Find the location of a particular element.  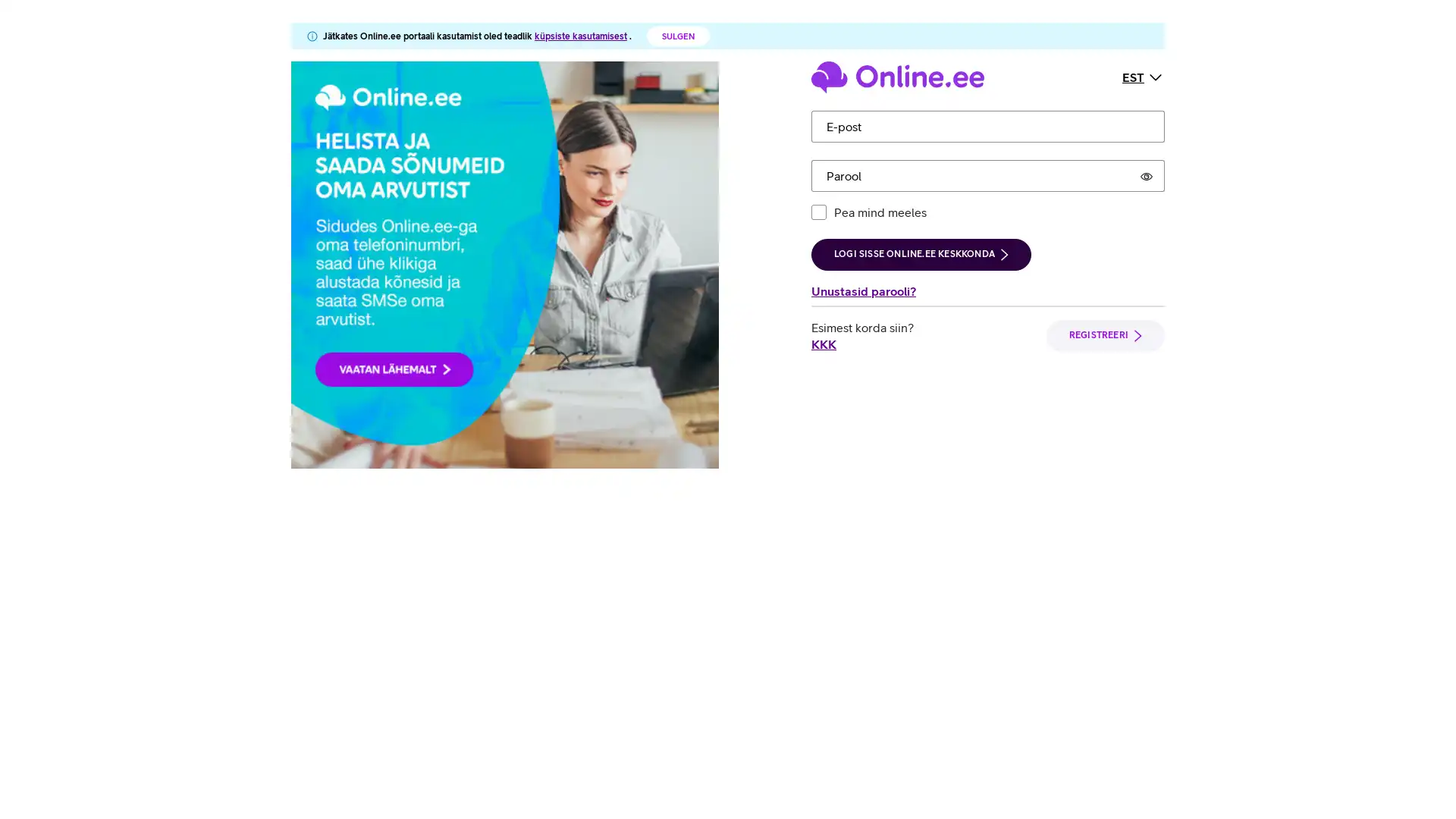

SULGEN is located at coordinates (677, 35).